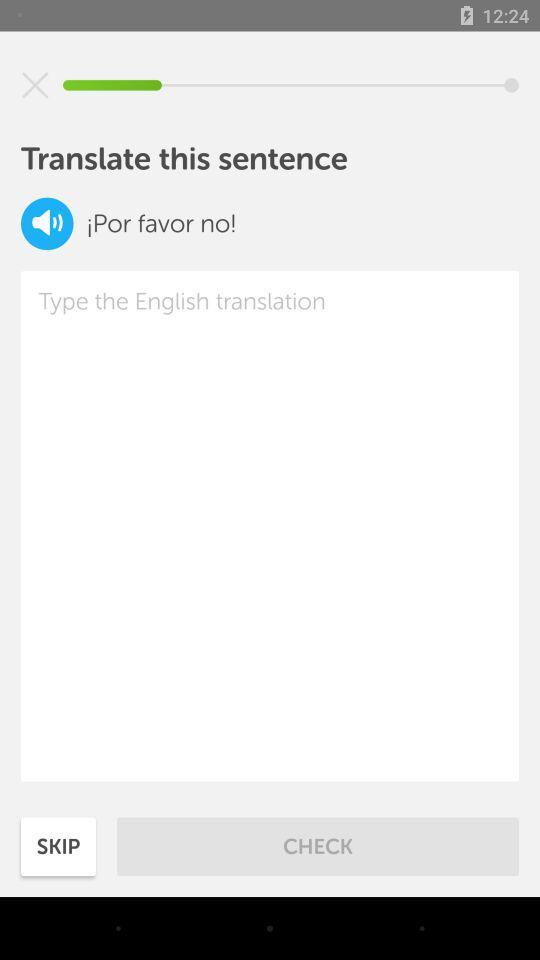 This screenshot has height=960, width=540. I want to click on hear sentence, so click(47, 223).